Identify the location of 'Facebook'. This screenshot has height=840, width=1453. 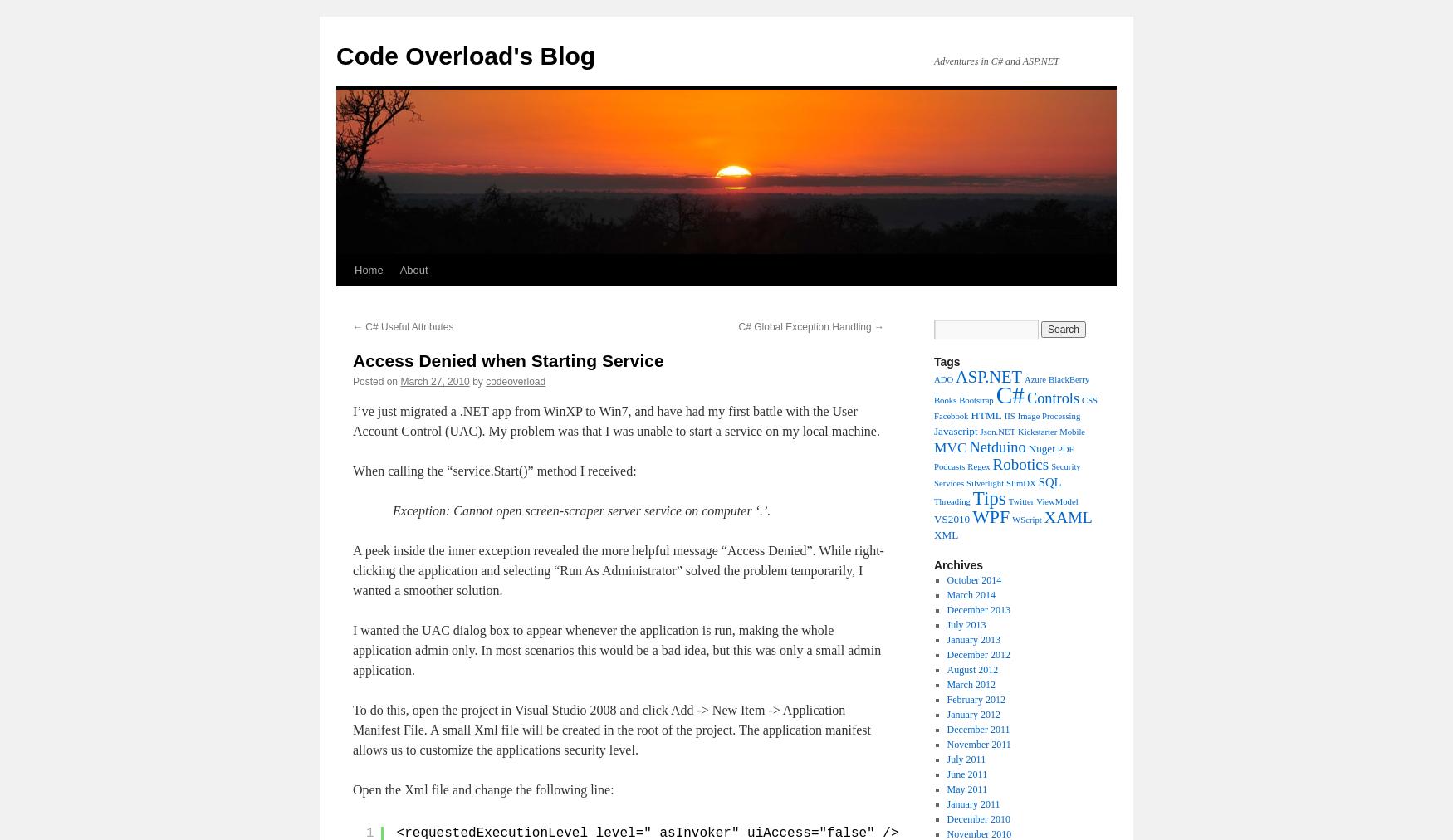
(950, 416).